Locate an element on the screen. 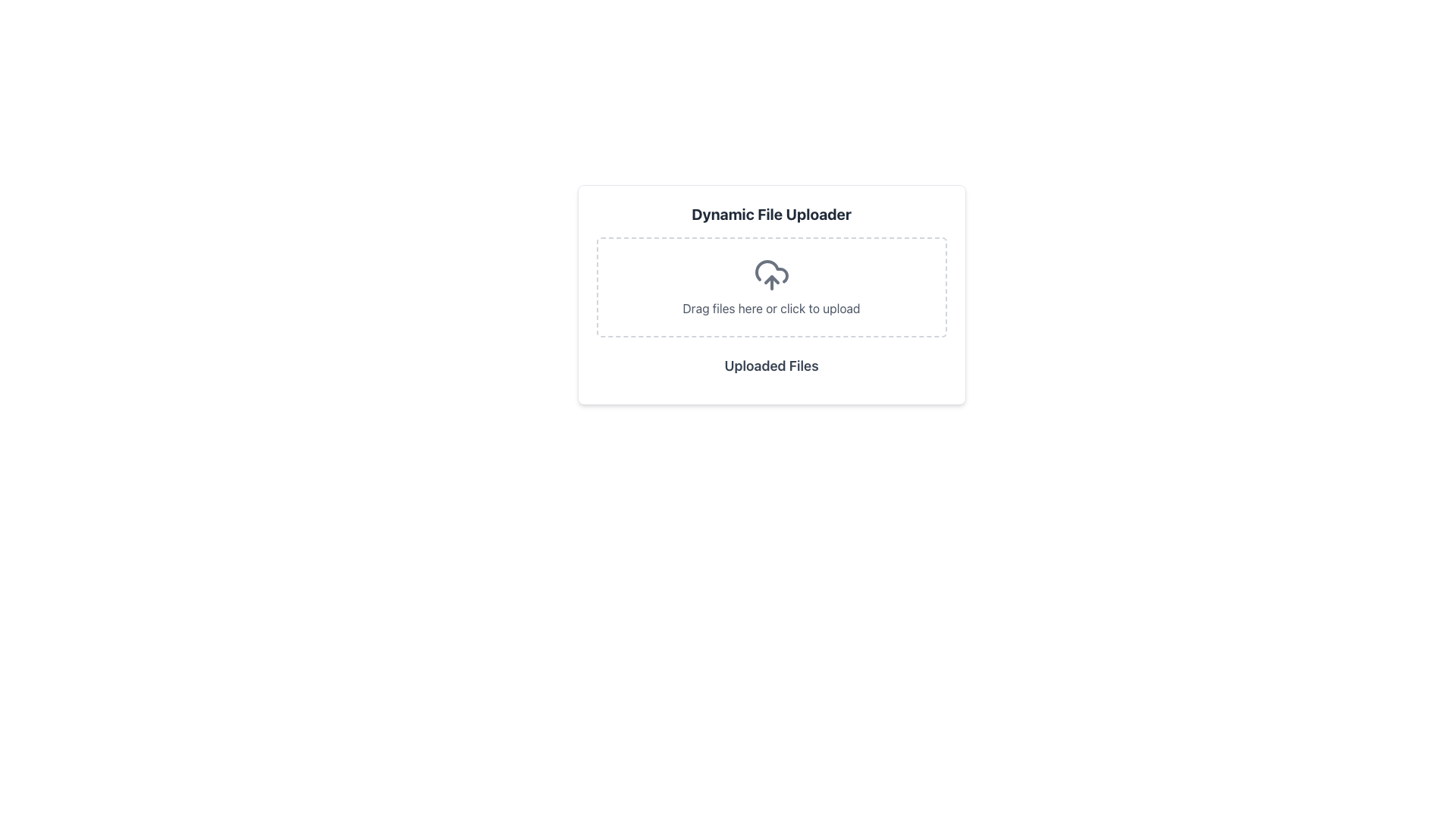  the cloud upload icon with a gray design featuring an upward arrow, located centrally within the upload interface is located at coordinates (771, 275).